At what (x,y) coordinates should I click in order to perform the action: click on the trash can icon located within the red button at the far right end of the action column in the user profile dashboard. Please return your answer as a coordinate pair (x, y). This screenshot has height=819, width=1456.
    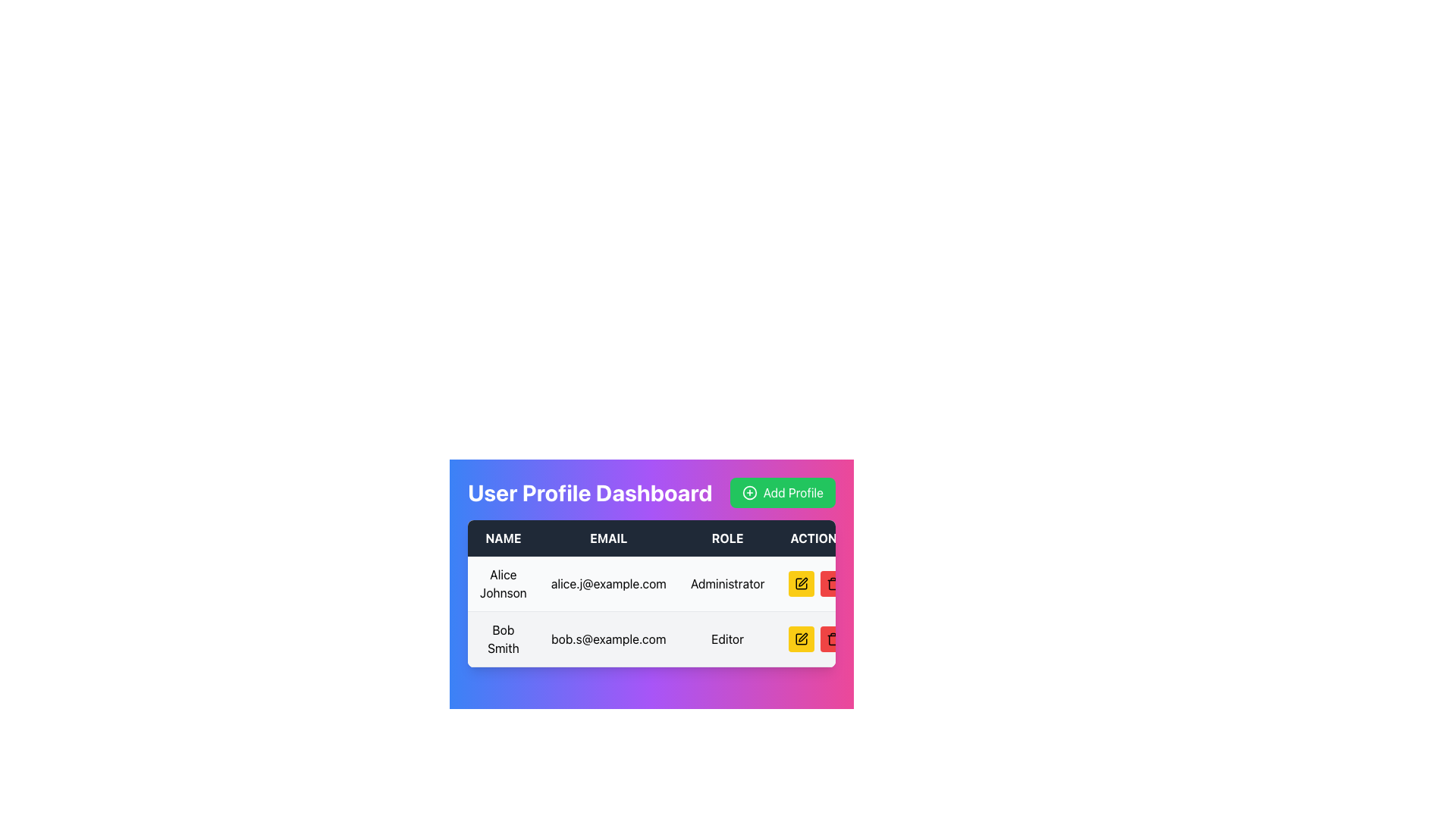
    Looking at the image, I should click on (833, 583).